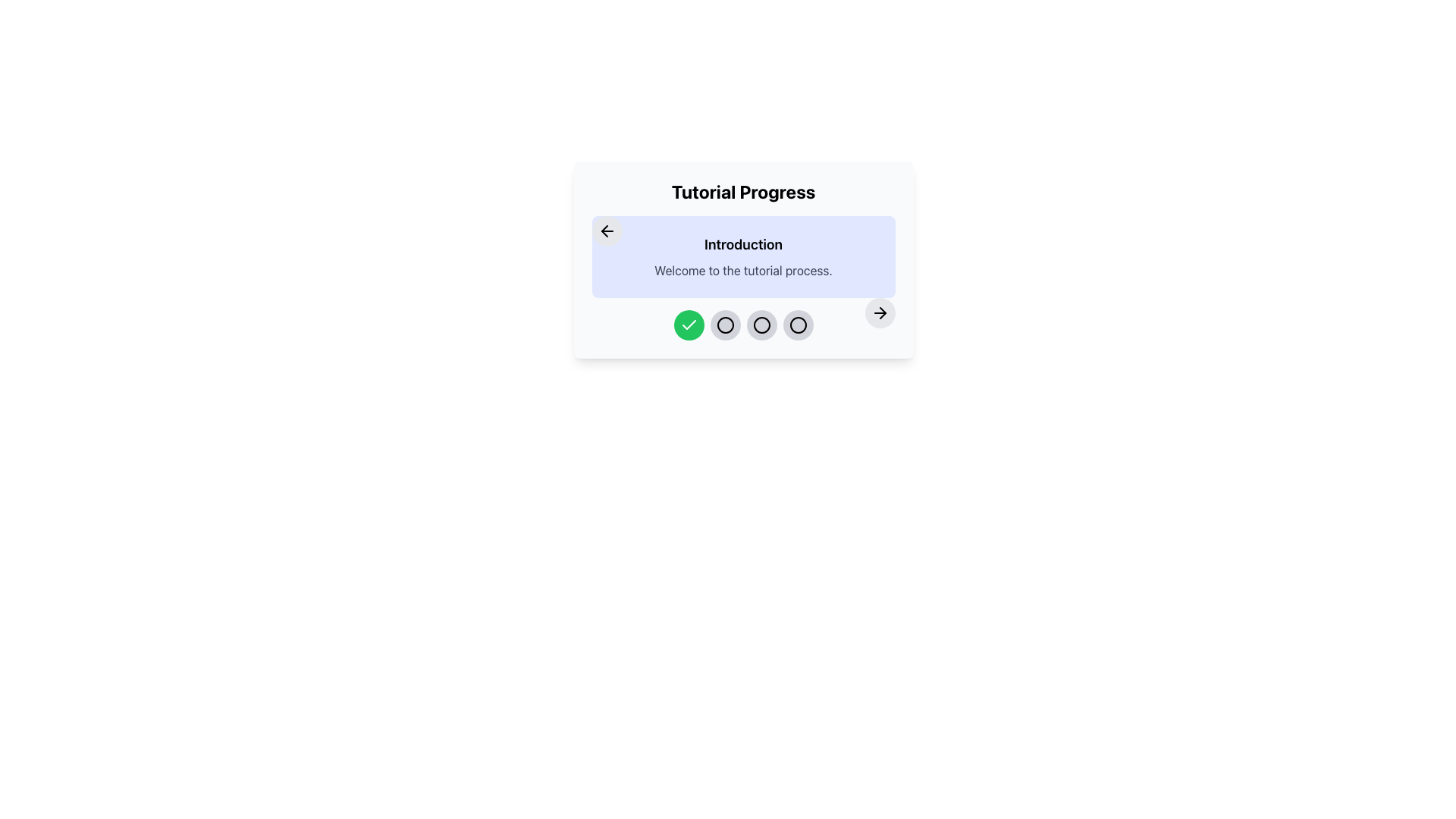 Image resolution: width=1456 pixels, height=819 pixels. Describe the element at coordinates (761, 324) in the screenshot. I see `the third icon from the left in the horizontal row of circular interactive elements, which serves as a navigation point in the tutorial progress section` at that location.